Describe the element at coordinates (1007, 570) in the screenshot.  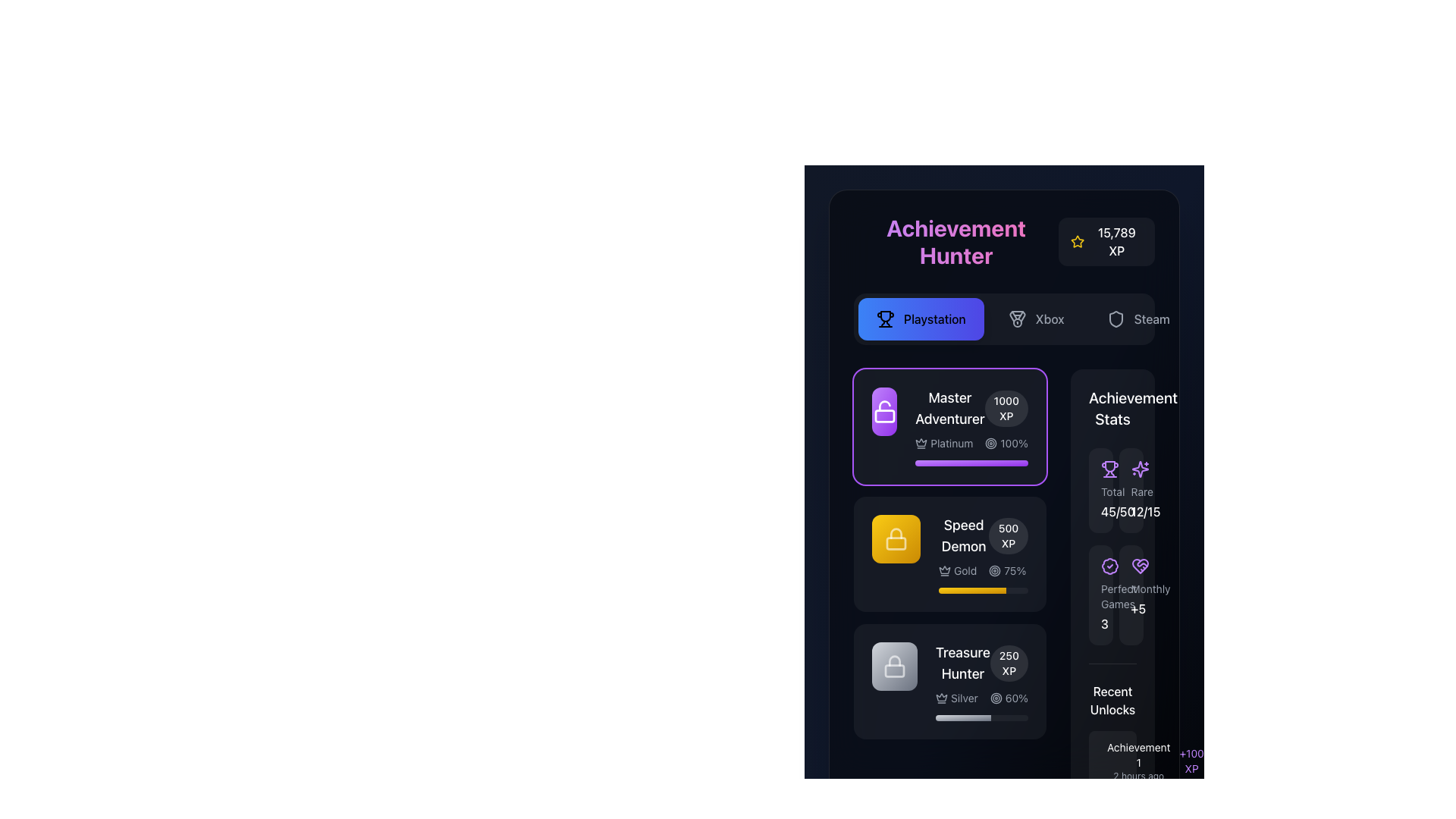
I see `the progress information displayed by the circular target icon with the text '75%' to its right, located beneath the 'Master Adventurer' card and within the 'Speed Demon' achievement card` at that location.